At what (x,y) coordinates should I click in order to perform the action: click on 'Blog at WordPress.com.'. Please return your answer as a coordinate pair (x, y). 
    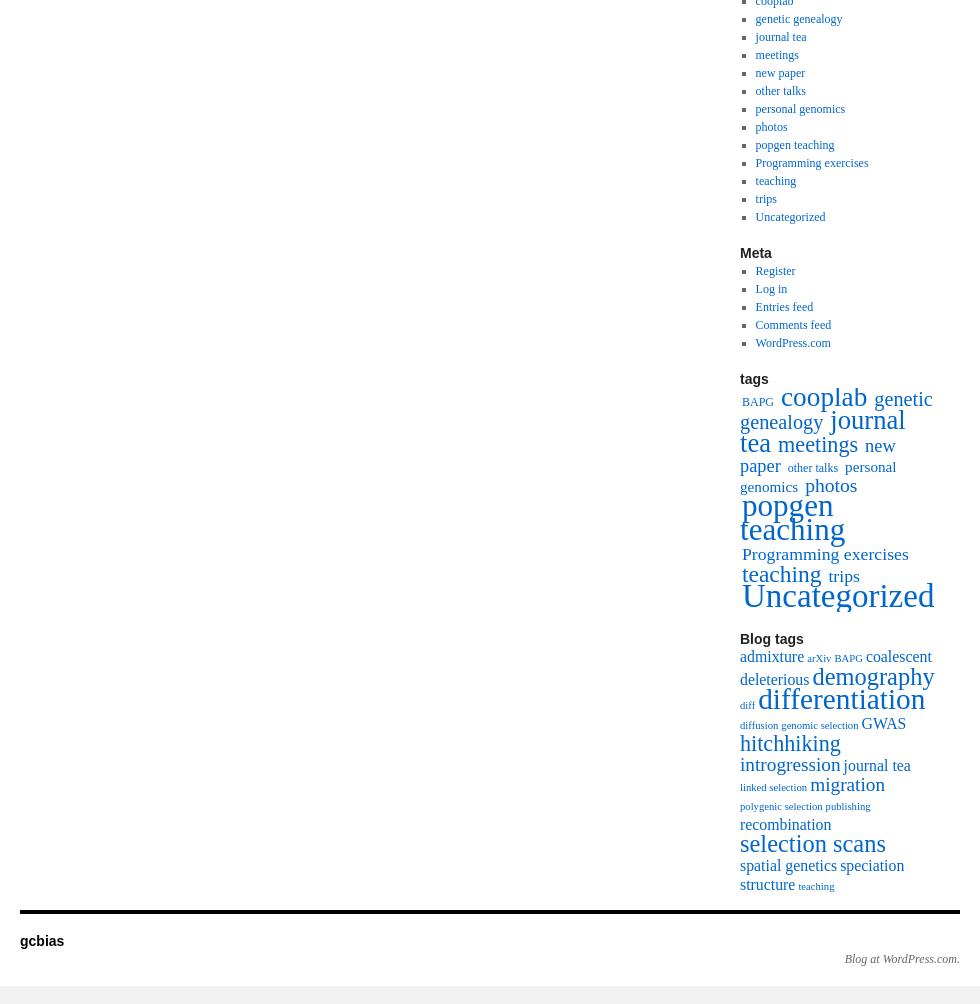
    Looking at the image, I should click on (901, 958).